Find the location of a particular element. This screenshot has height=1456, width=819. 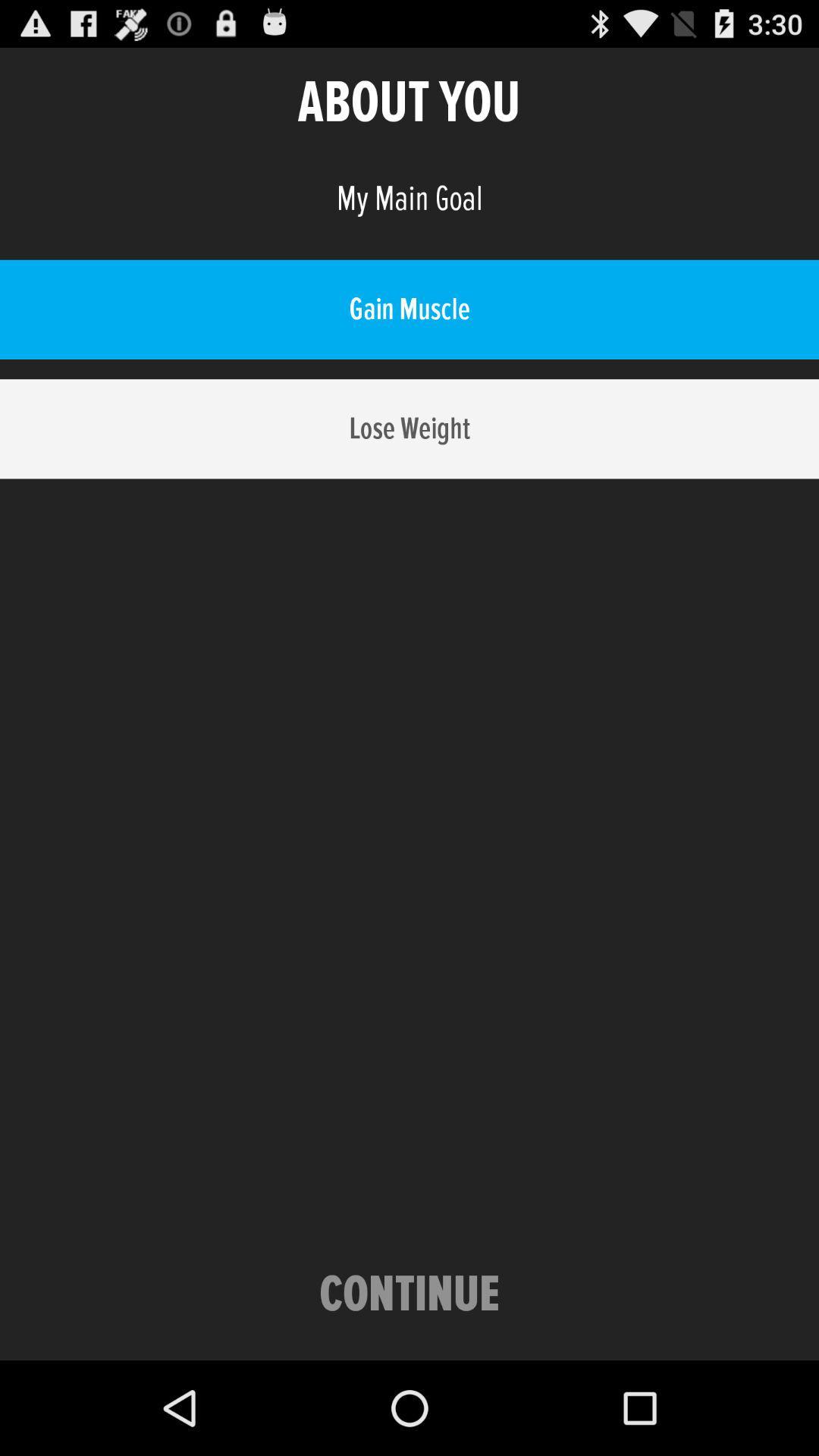

icon at the bottom is located at coordinates (409, 1294).